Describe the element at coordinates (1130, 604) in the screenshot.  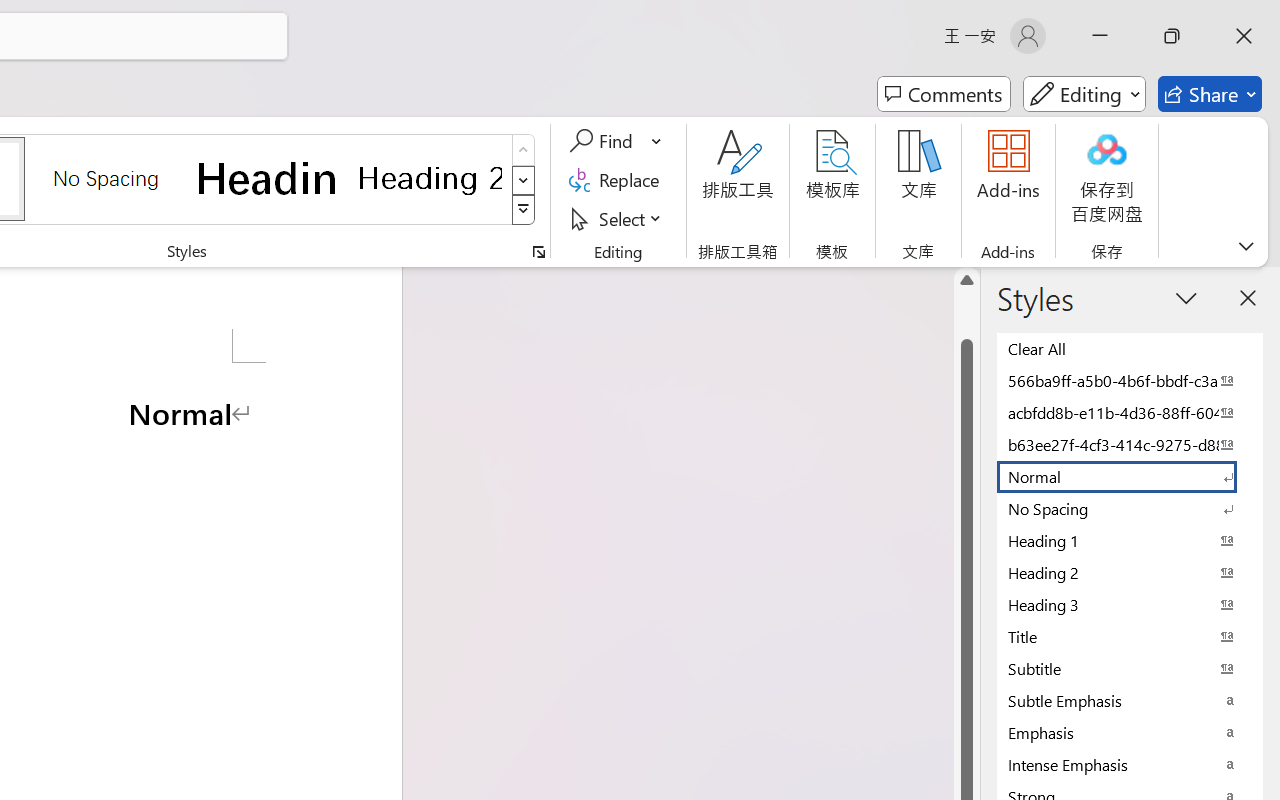
I see `'Heading 3'` at that location.